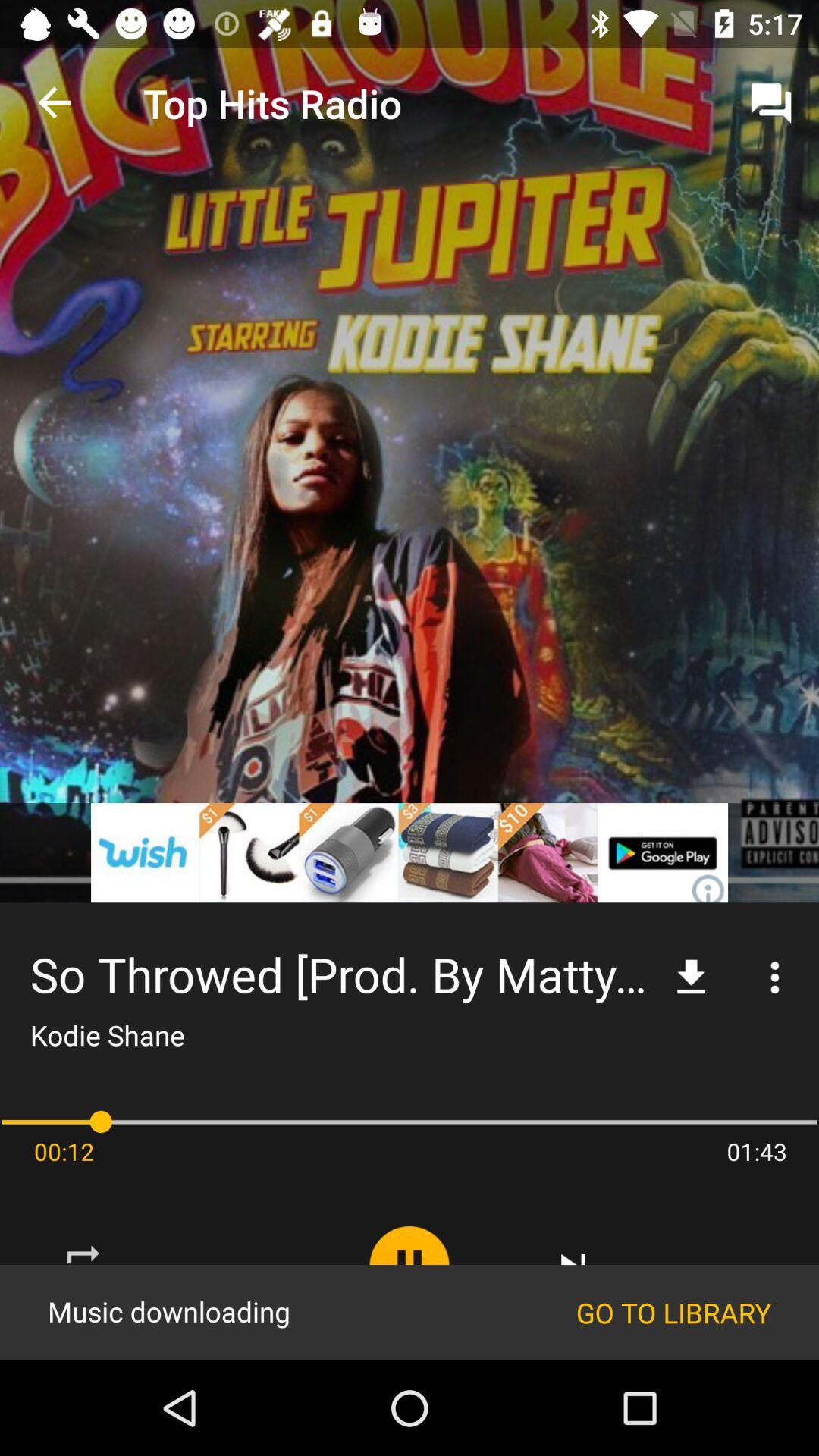 This screenshot has height=1456, width=819. I want to click on the skip_next icon, so click(573, 1266).